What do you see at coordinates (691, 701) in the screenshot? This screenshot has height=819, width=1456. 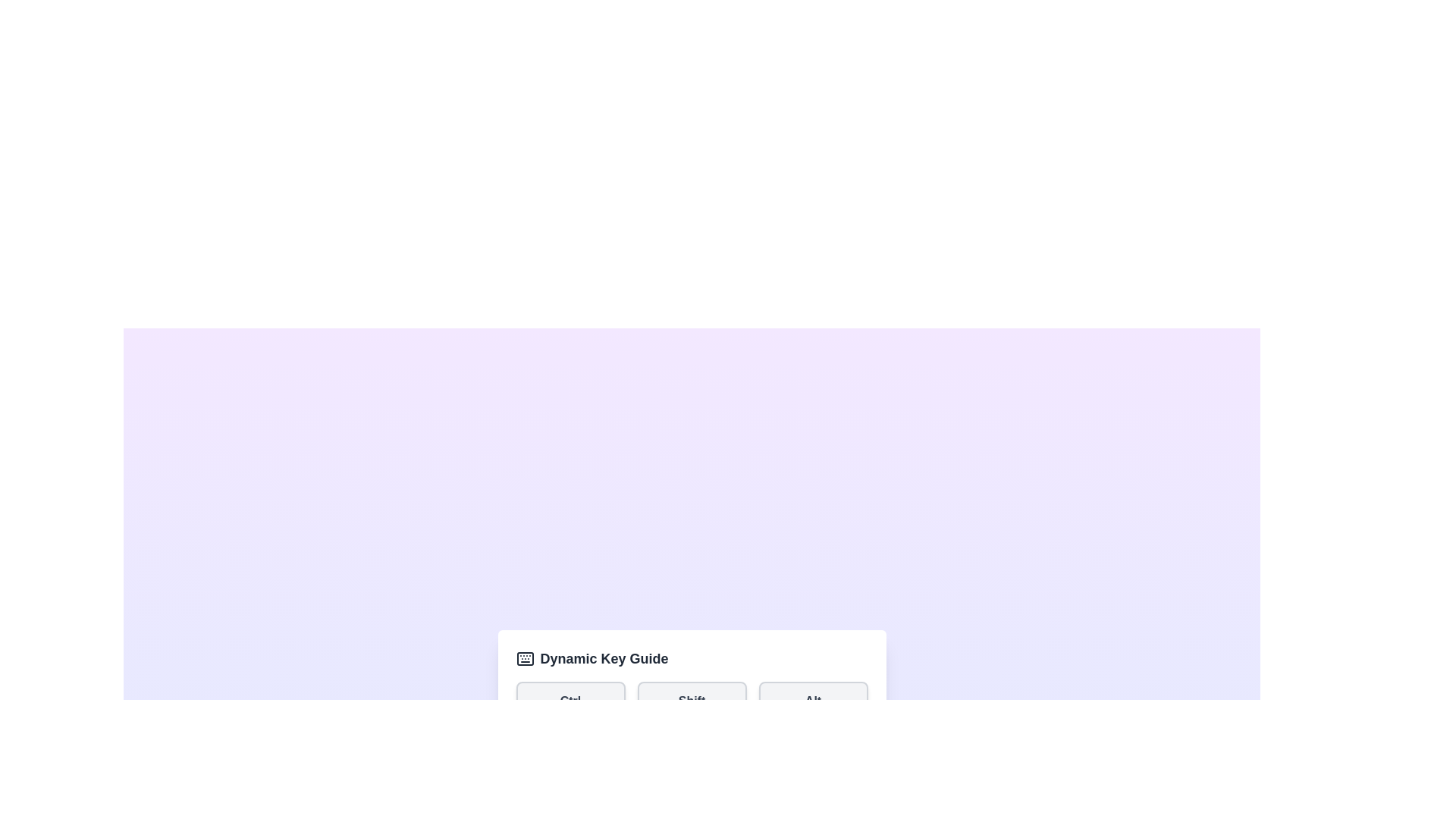 I see `the 'Shift' button located in the top row of the second column in a three-column grid layout` at bounding box center [691, 701].